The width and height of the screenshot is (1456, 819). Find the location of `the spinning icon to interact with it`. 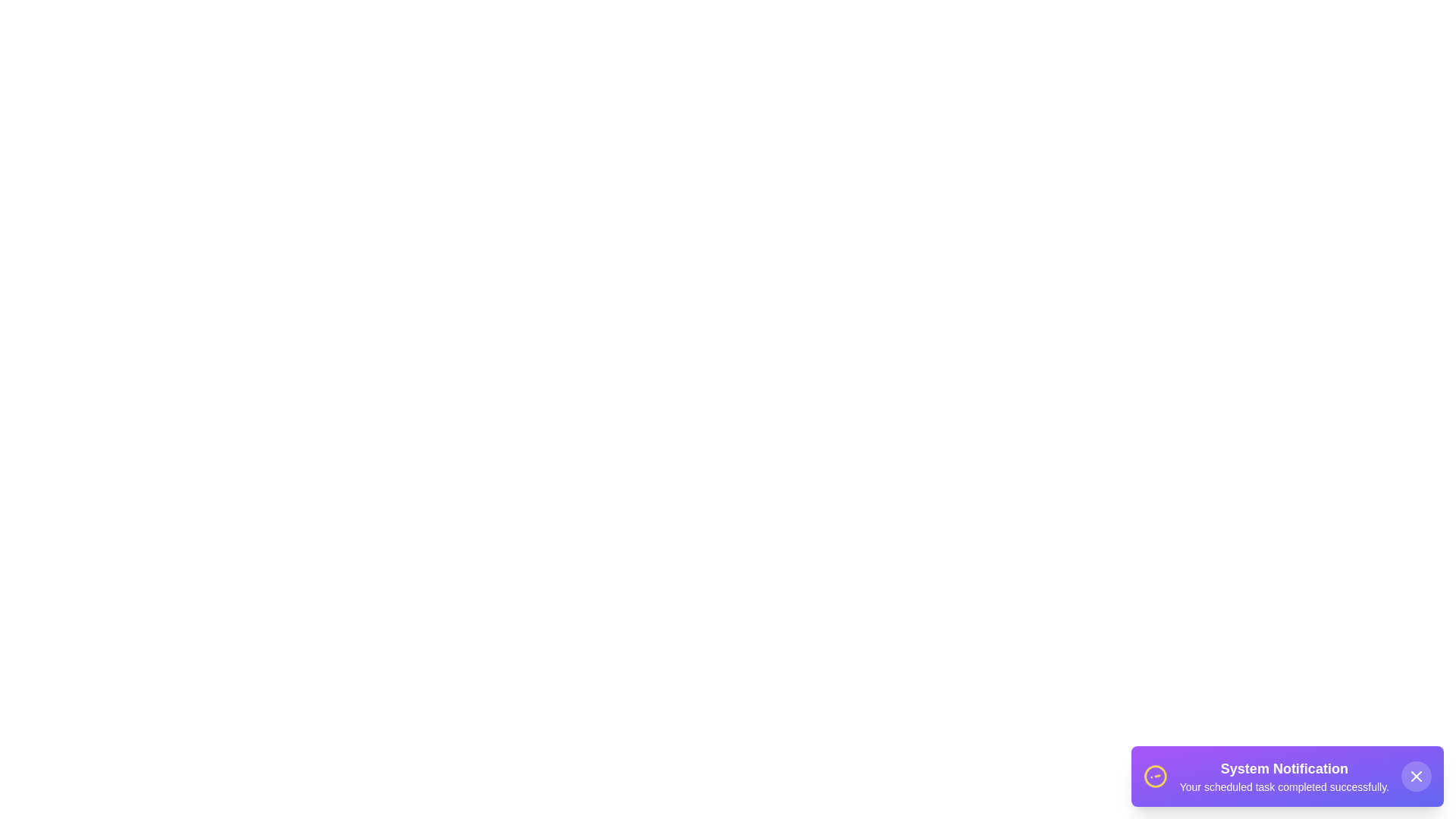

the spinning icon to interact with it is located at coordinates (1154, 776).